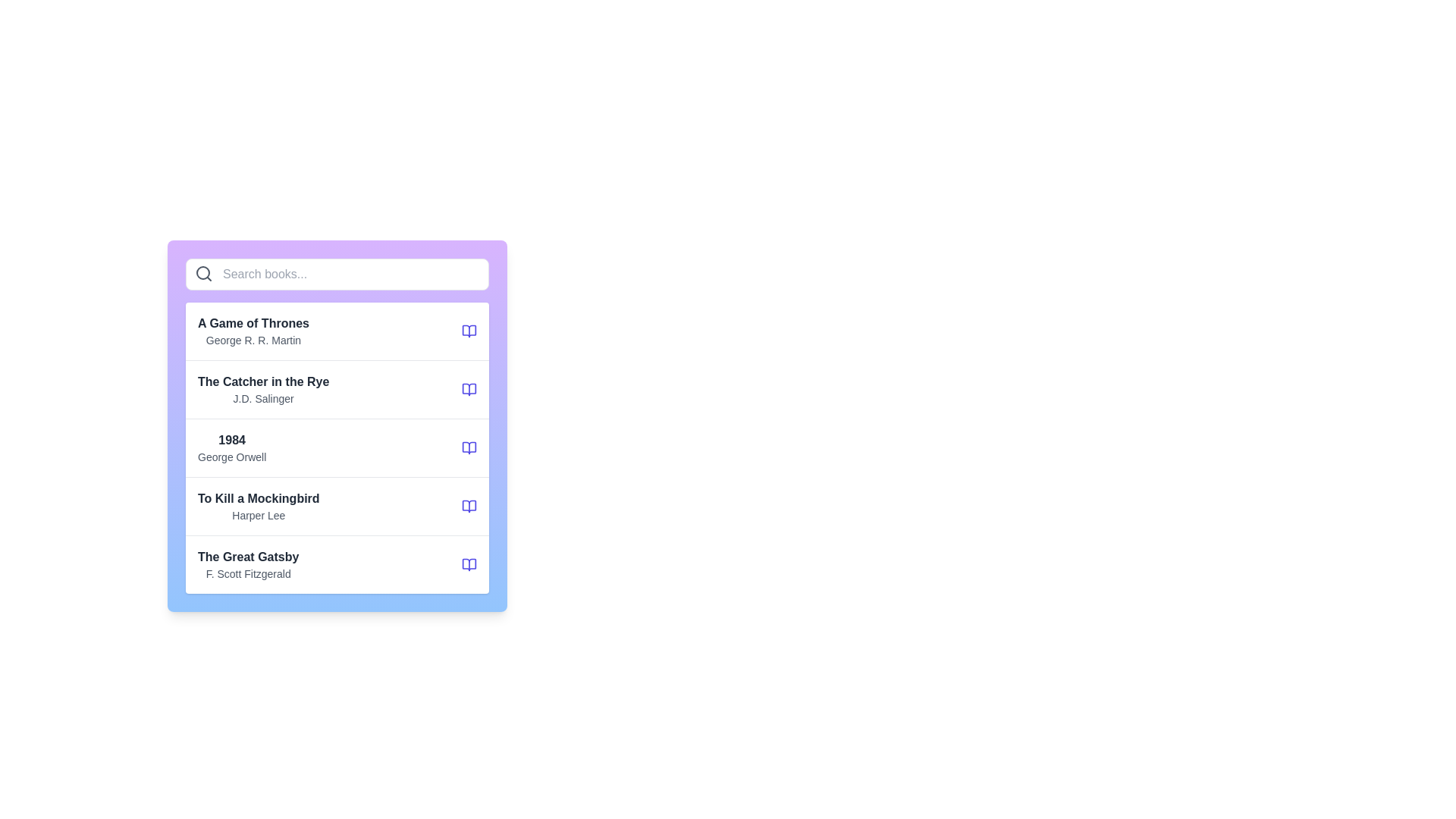 The width and height of the screenshot is (1456, 819). What do you see at coordinates (469, 388) in the screenshot?
I see `the SVG icon styled as an open book, which is indigo colored with a stroke outline and located to the right of the text 'The Catcher in the Rye'` at bounding box center [469, 388].